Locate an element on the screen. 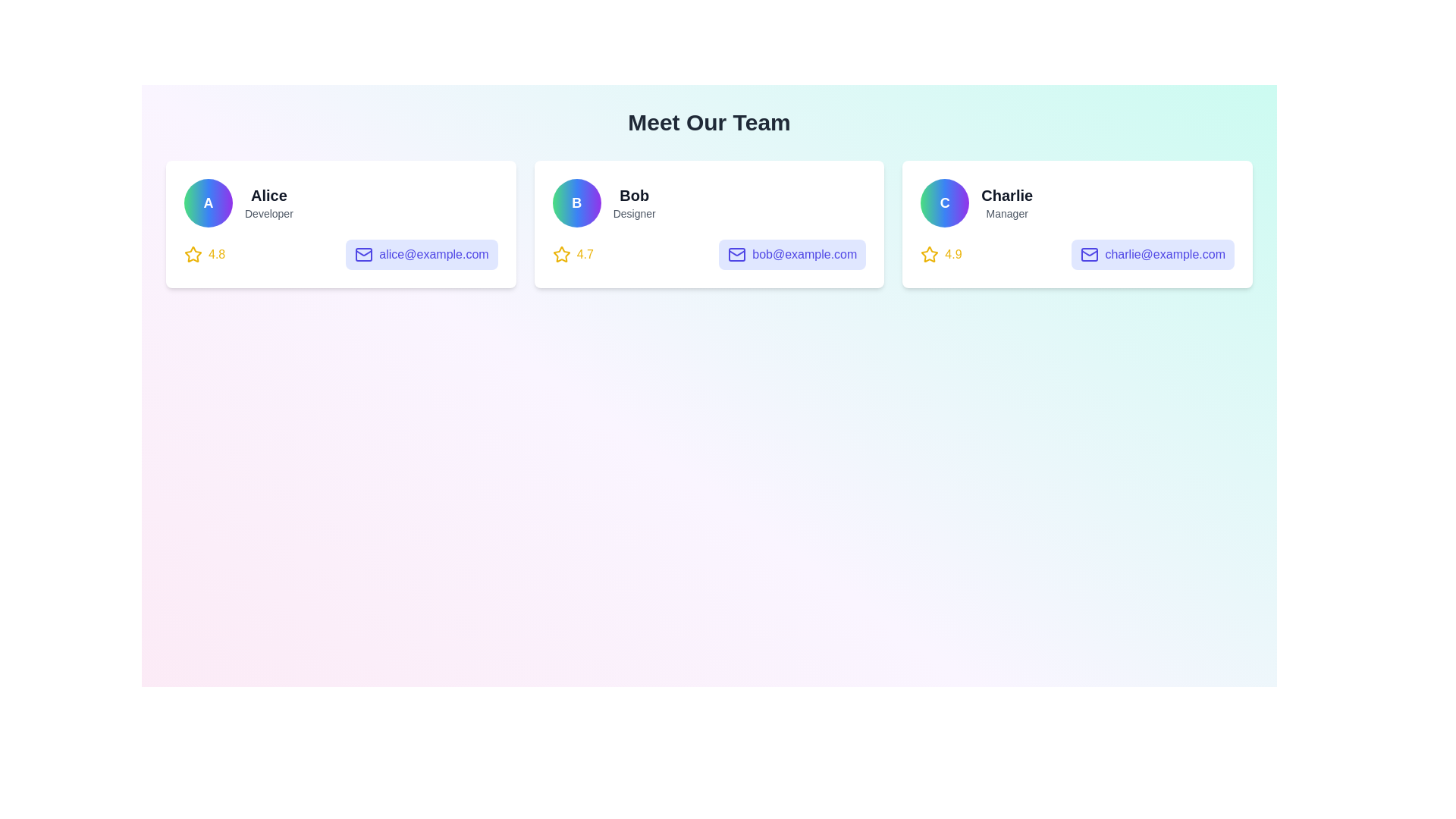 This screenshot has height=819, width=1456. the star-shaped rating icon outlined in yellow with a transparent fill, located in the lower-left corner of Alice's profile card, before the numerical rating '4.8' is located at coordinates (192, 253).